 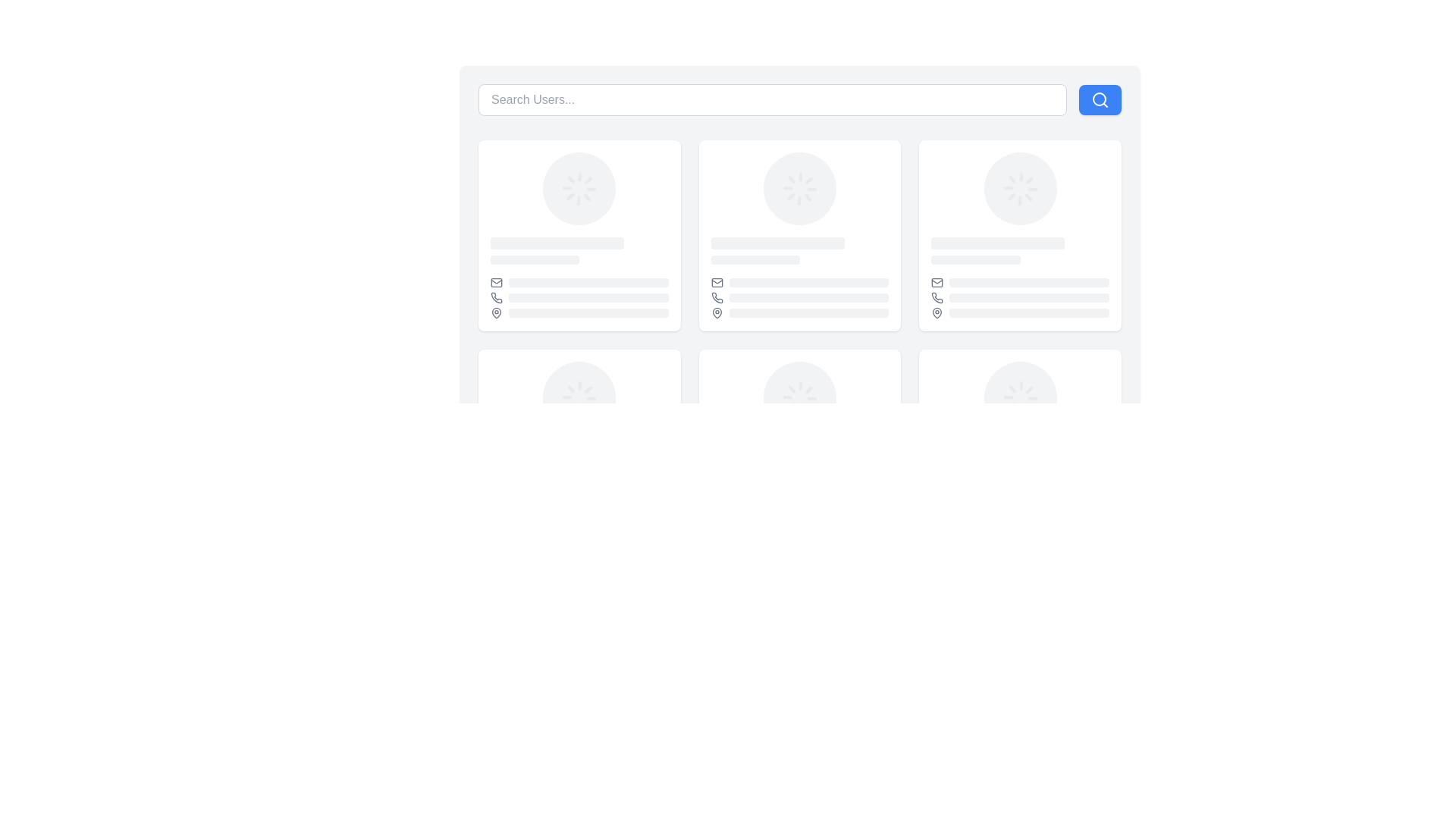 I want to click on the Skeleton loader element, which is a horizontally-aligned rectangular component with a pale gray background, located in the content region below the circular placeholder image in the first card of the second row, so click(x=579, y=250).